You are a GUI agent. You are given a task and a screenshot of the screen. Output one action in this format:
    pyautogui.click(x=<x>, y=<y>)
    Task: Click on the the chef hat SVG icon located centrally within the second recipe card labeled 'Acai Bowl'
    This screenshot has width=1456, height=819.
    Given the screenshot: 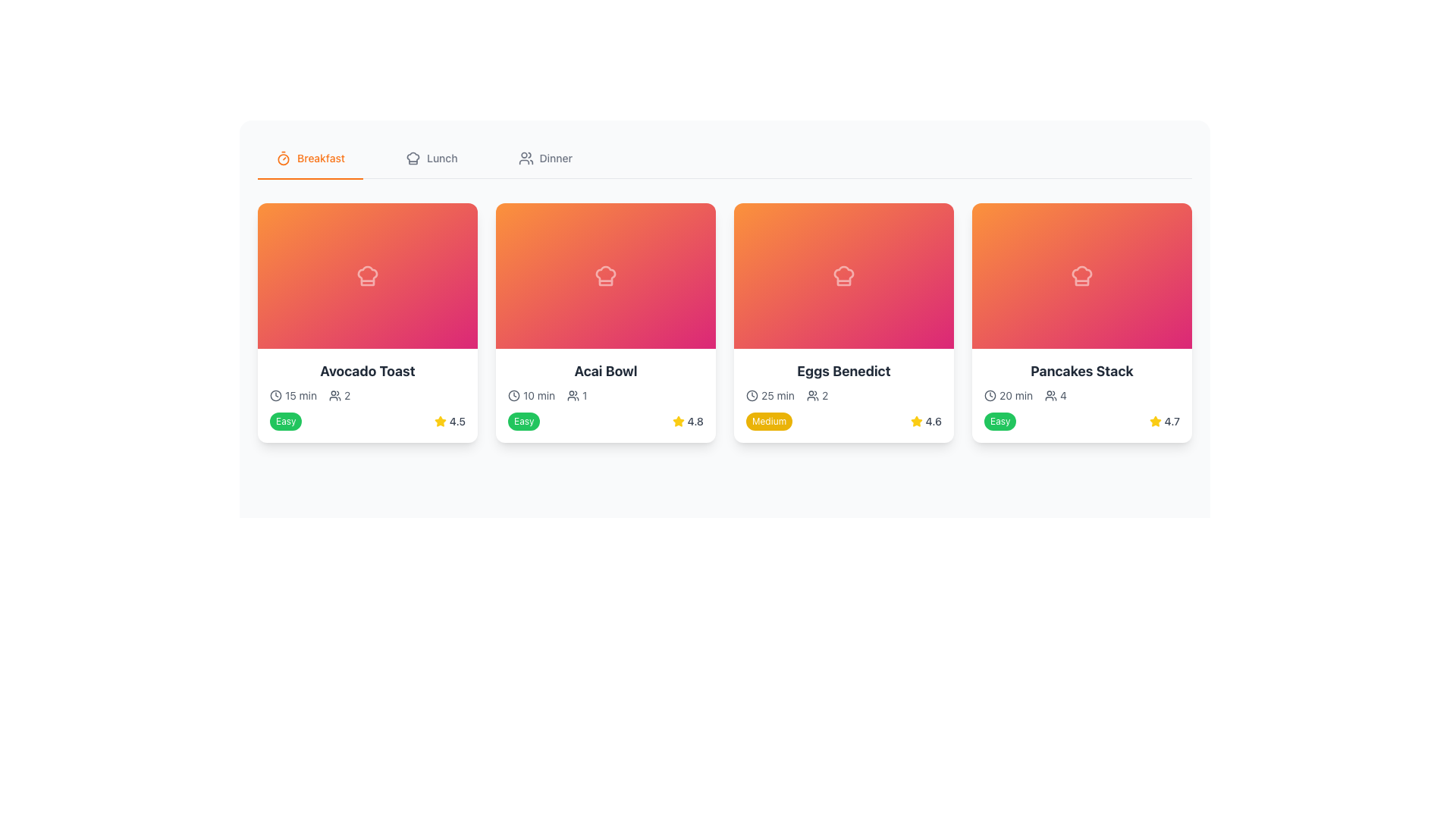 What is the action you would take?
    pyautogui.click(x=604, y=275)
    